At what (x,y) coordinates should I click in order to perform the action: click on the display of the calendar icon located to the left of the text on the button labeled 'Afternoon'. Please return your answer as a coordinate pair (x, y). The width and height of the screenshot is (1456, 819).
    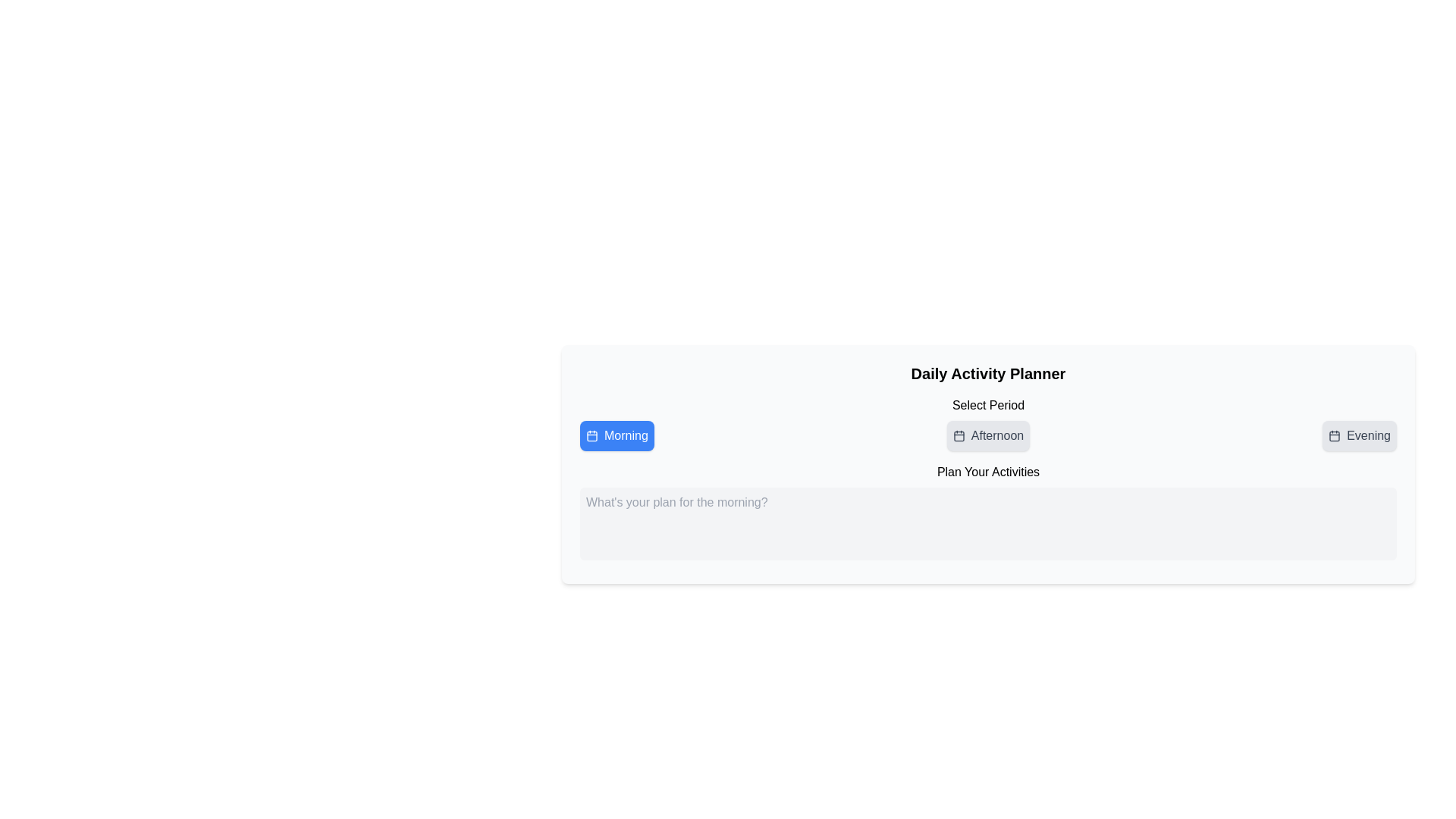
    Looking at the image, I should click on (958, 435).